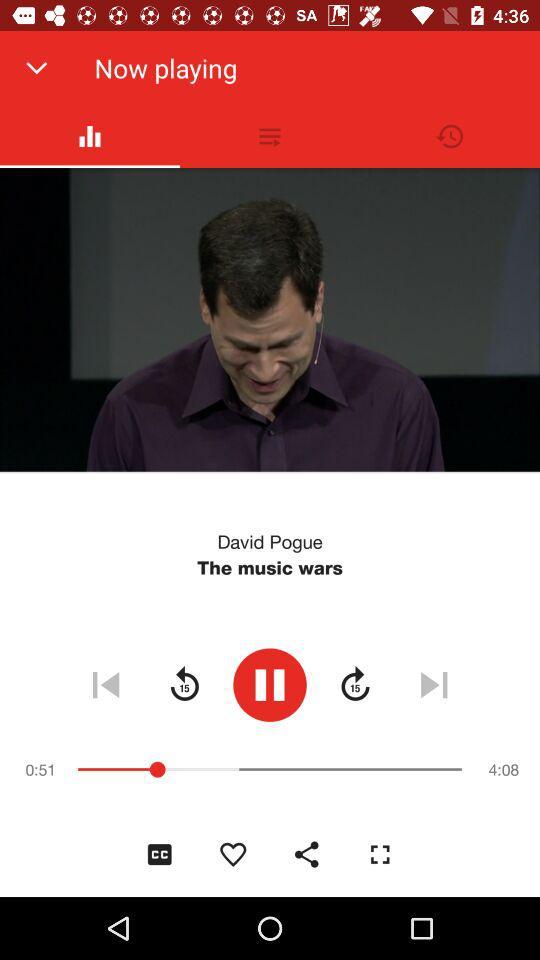  What do you see at coordinates (232, 853) in the screenshot?
I see `the favorite icon` at bounding box center [232, 853].